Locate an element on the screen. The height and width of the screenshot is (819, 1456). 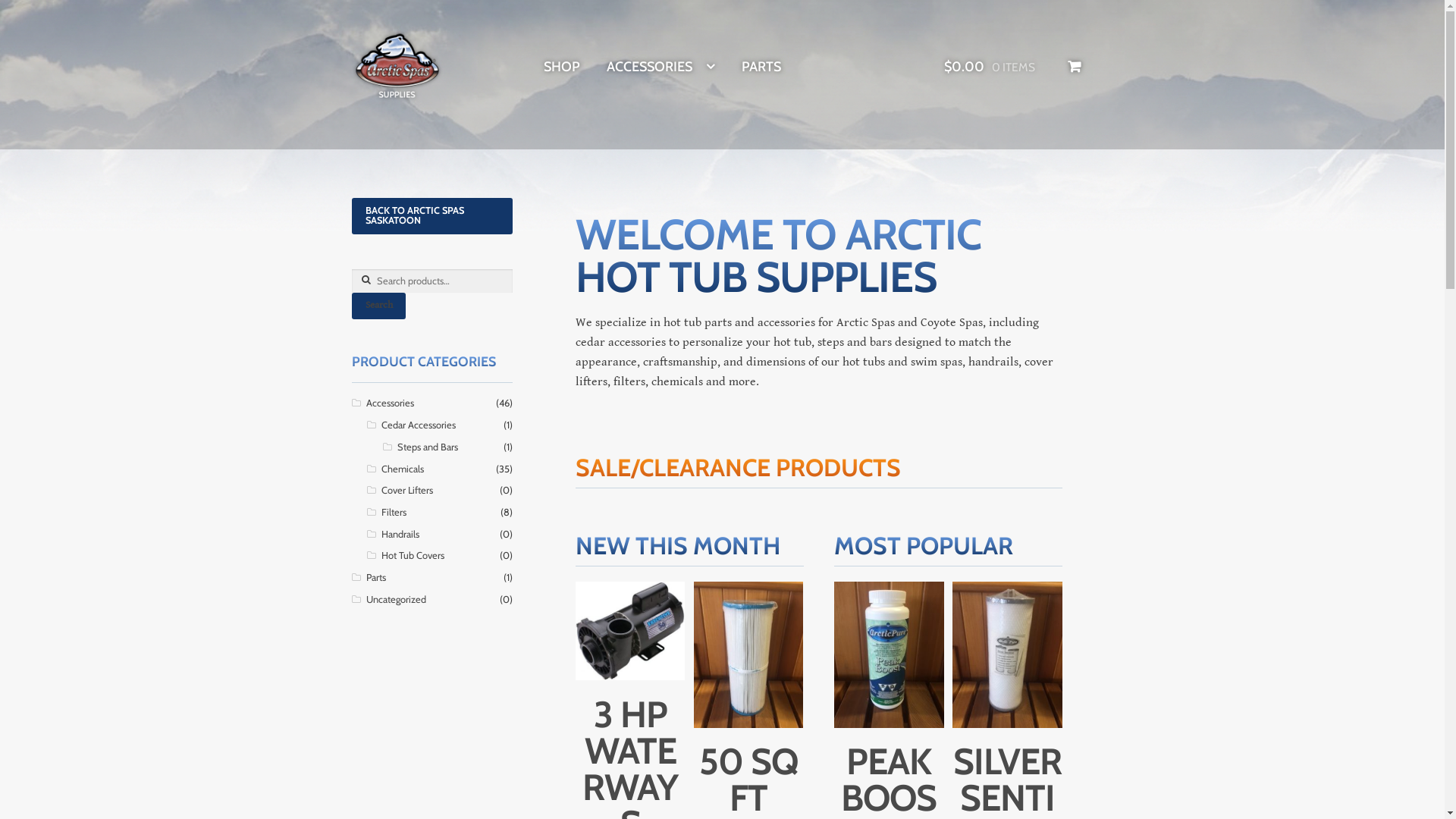
'Handrails' is located at coordinates (400, 533).